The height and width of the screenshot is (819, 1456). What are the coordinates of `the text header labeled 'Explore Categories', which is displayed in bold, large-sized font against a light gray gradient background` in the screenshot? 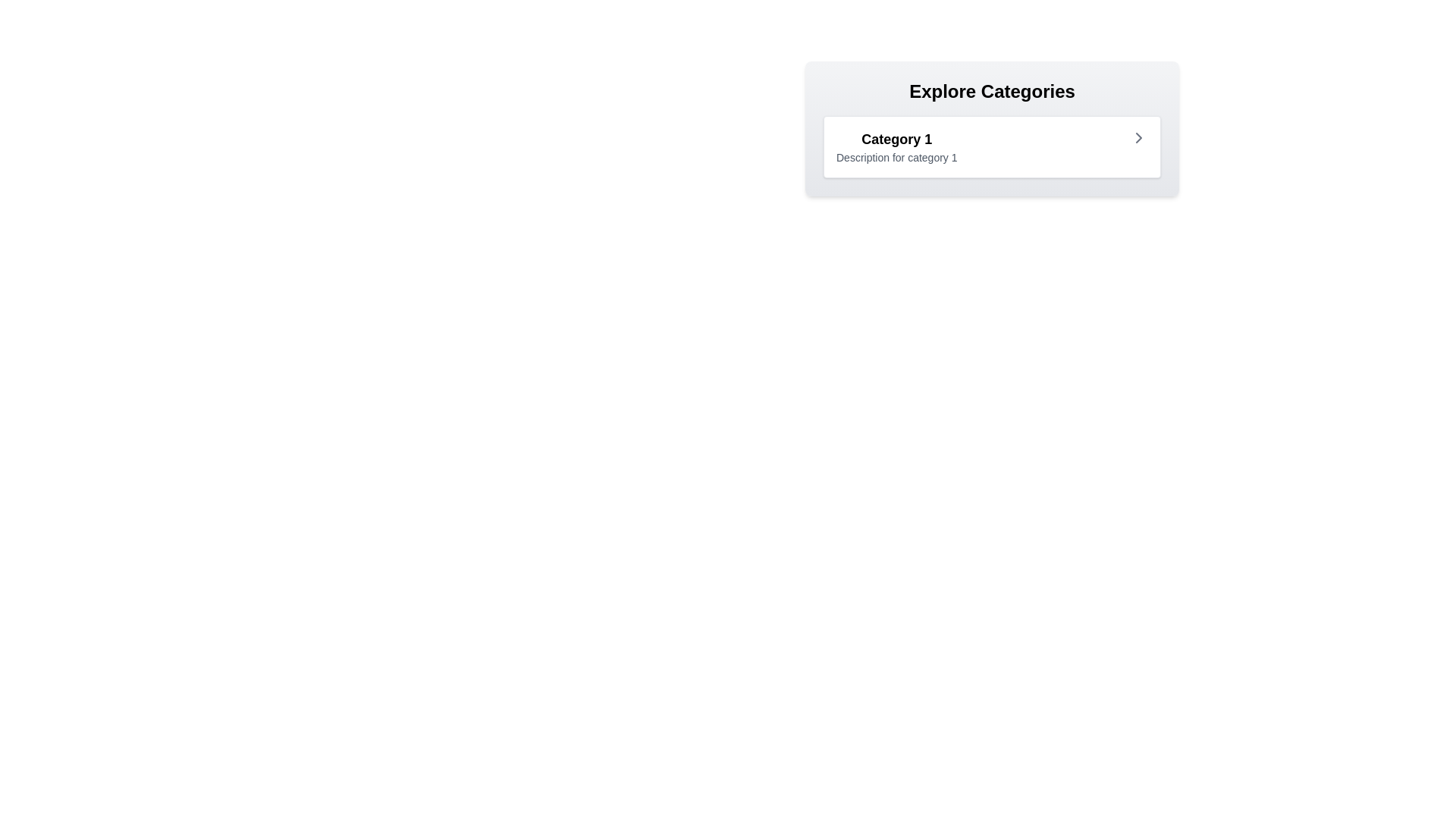 It's located at (992, 91).